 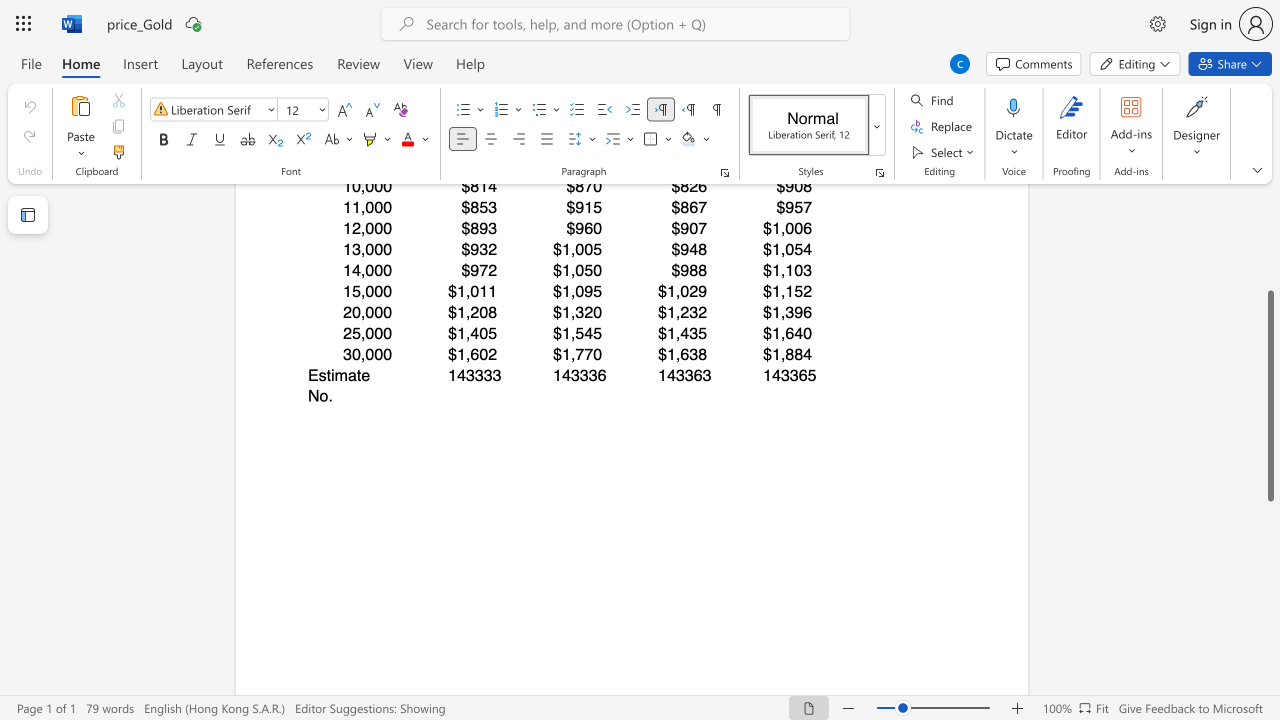 What do you see at coordinates (1269, 270) in the screenshot?
I see `the right-hand scrollbar to ascend the page` at bounding box center [1269, 270].